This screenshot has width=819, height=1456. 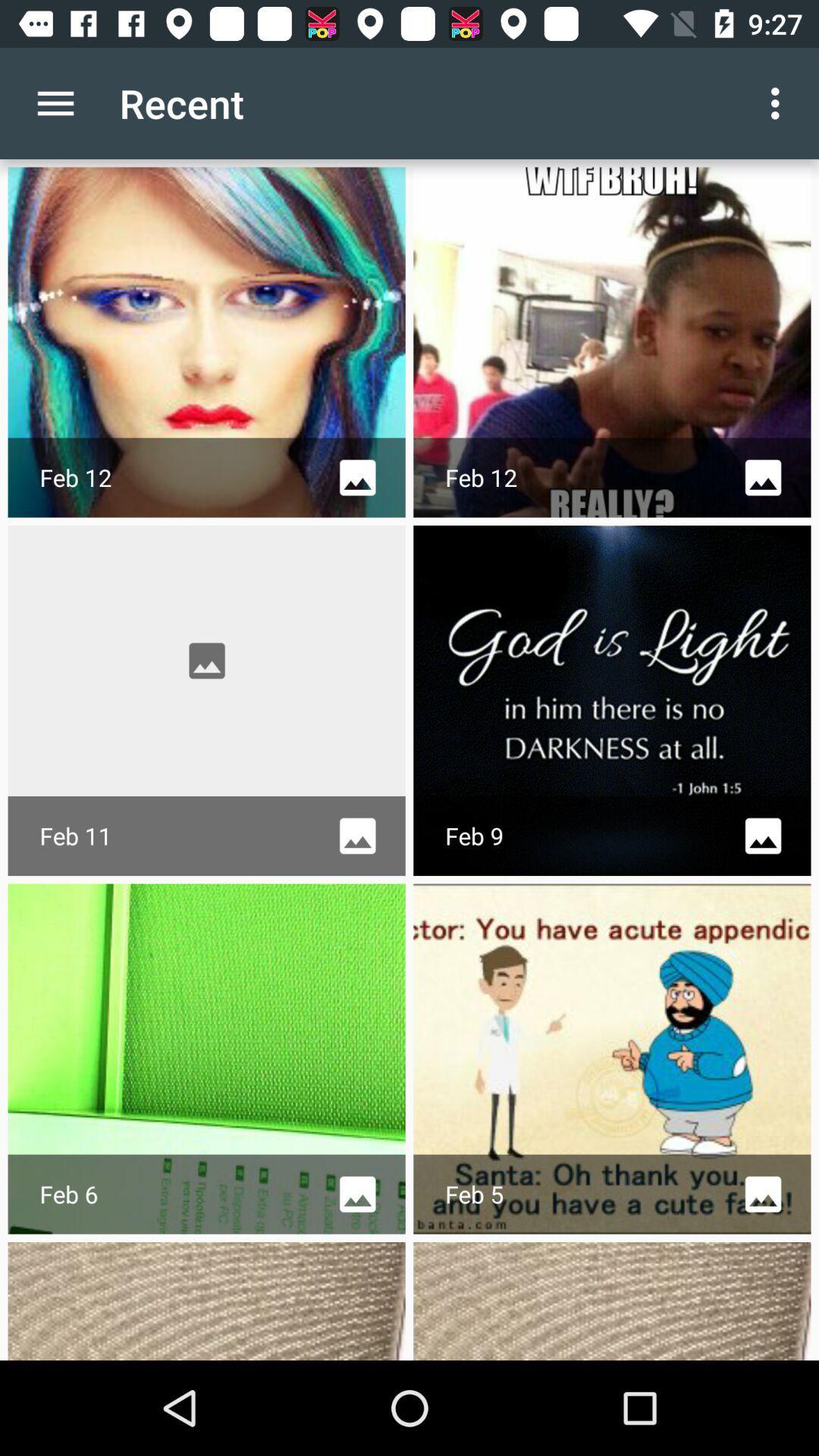 I want to click on the app to the right of recent item, so click(x=779, y=102).